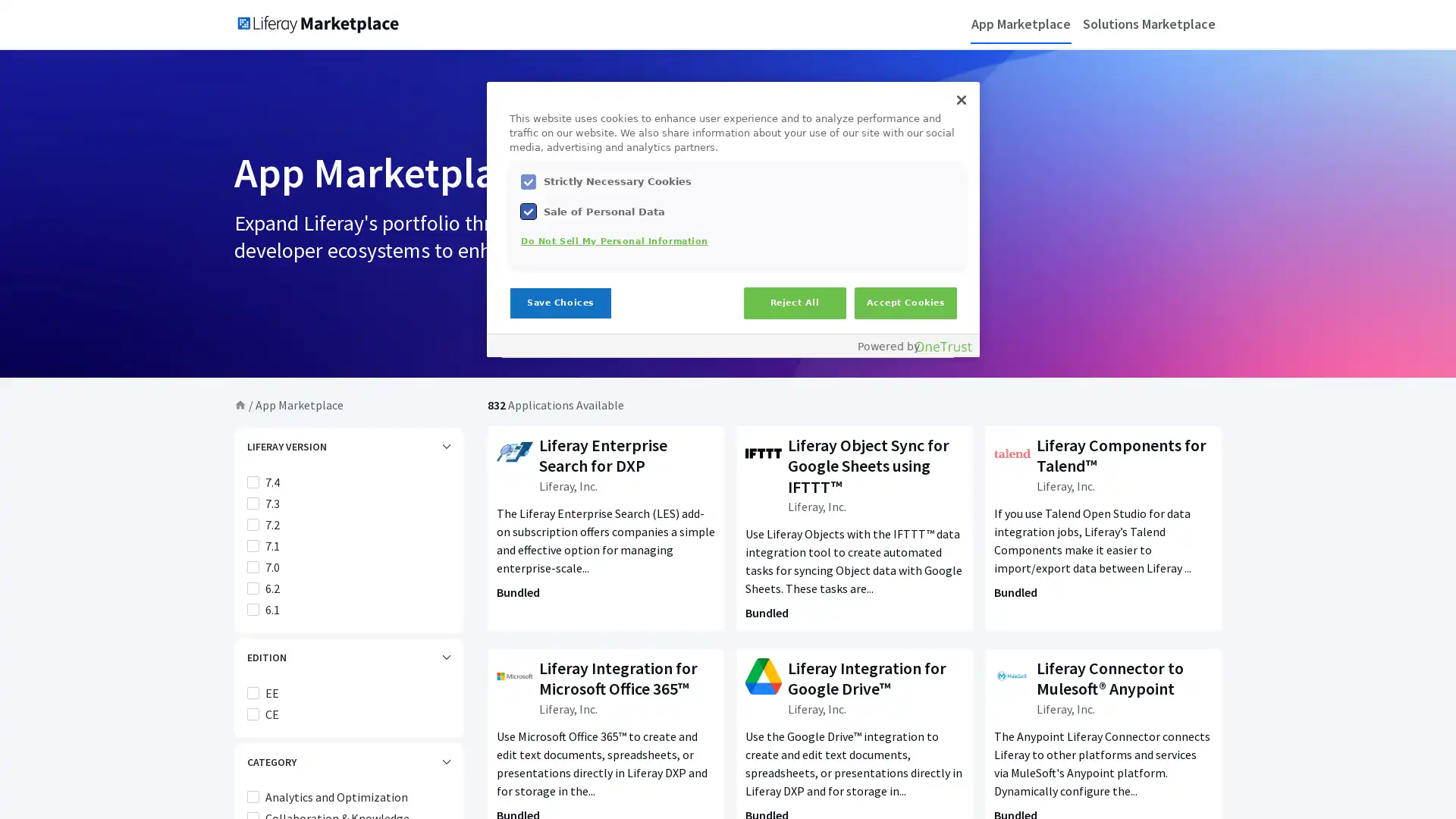  Describe the element at coordinates (347, 761) in the screenshot. I see `CATEGORY` at that location.